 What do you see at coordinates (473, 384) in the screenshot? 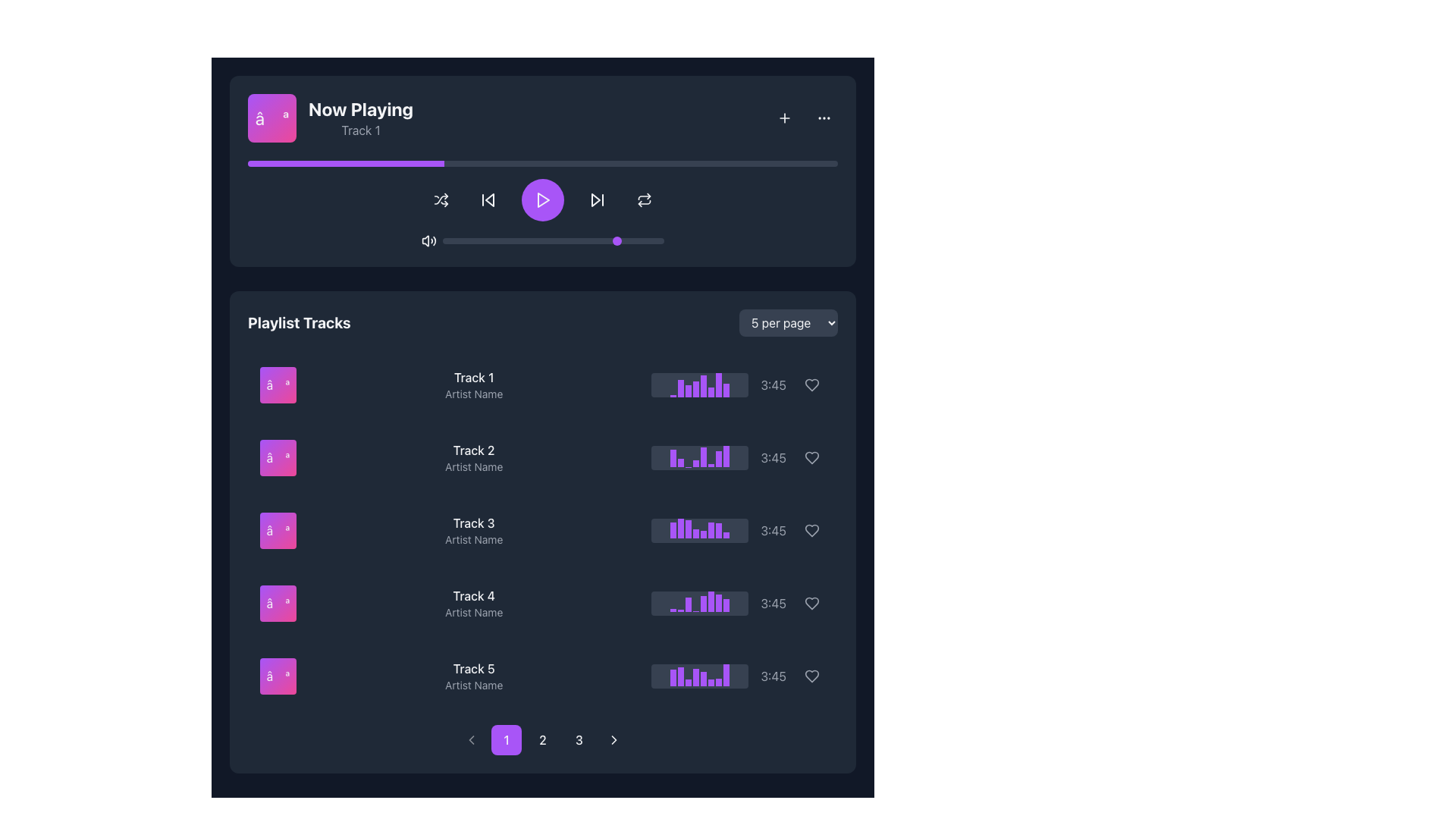
I see `the first track entry in the playlist, which displays the track name and artist's name, located in the central-left area under the 'Playlist Tracks' heading` at bounding box center [473, 384].